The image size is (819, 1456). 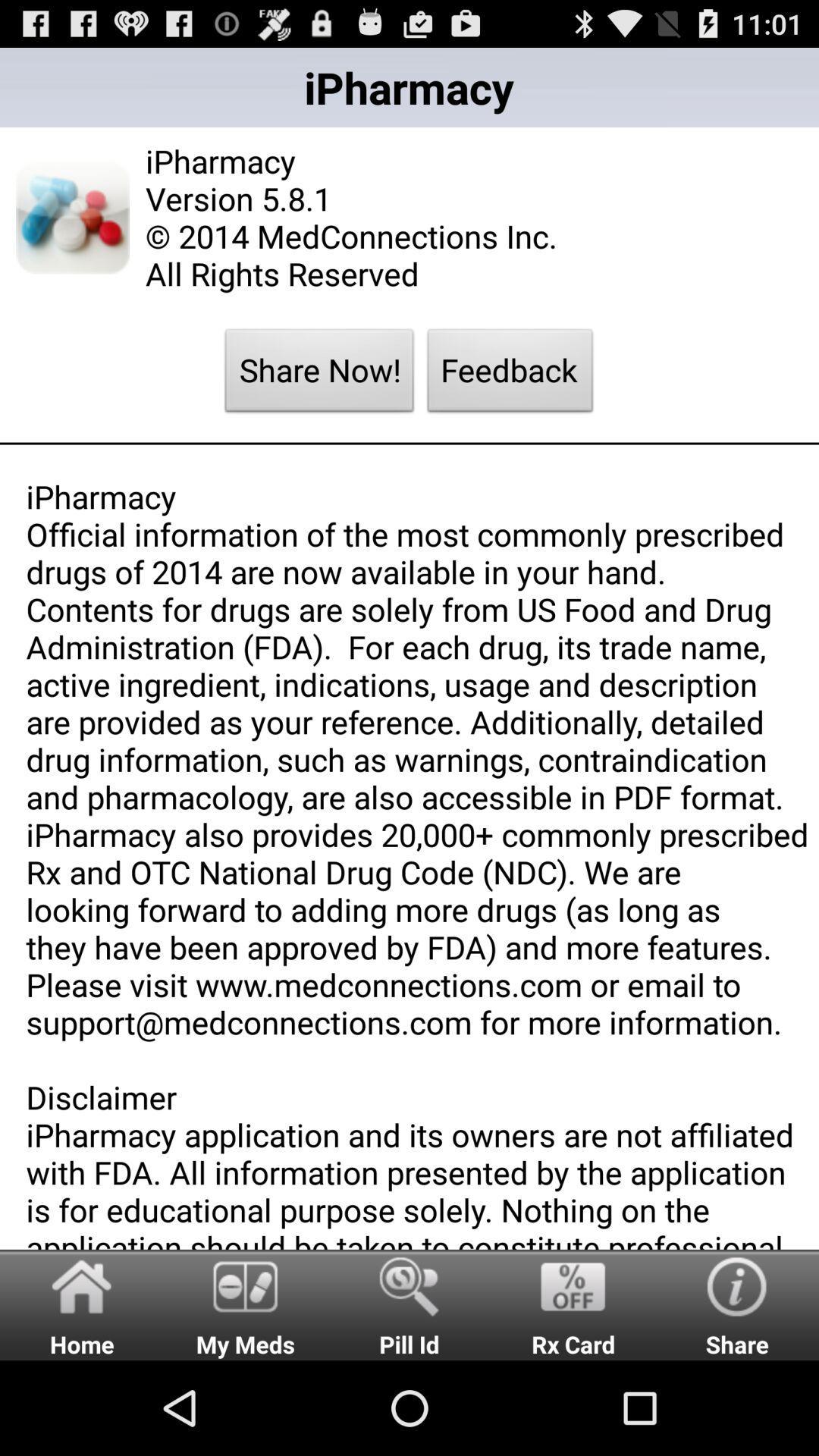 What do you see at coordinates (318, 375) in the screenshot?
I see `share now` at bounding box center [318, 375].